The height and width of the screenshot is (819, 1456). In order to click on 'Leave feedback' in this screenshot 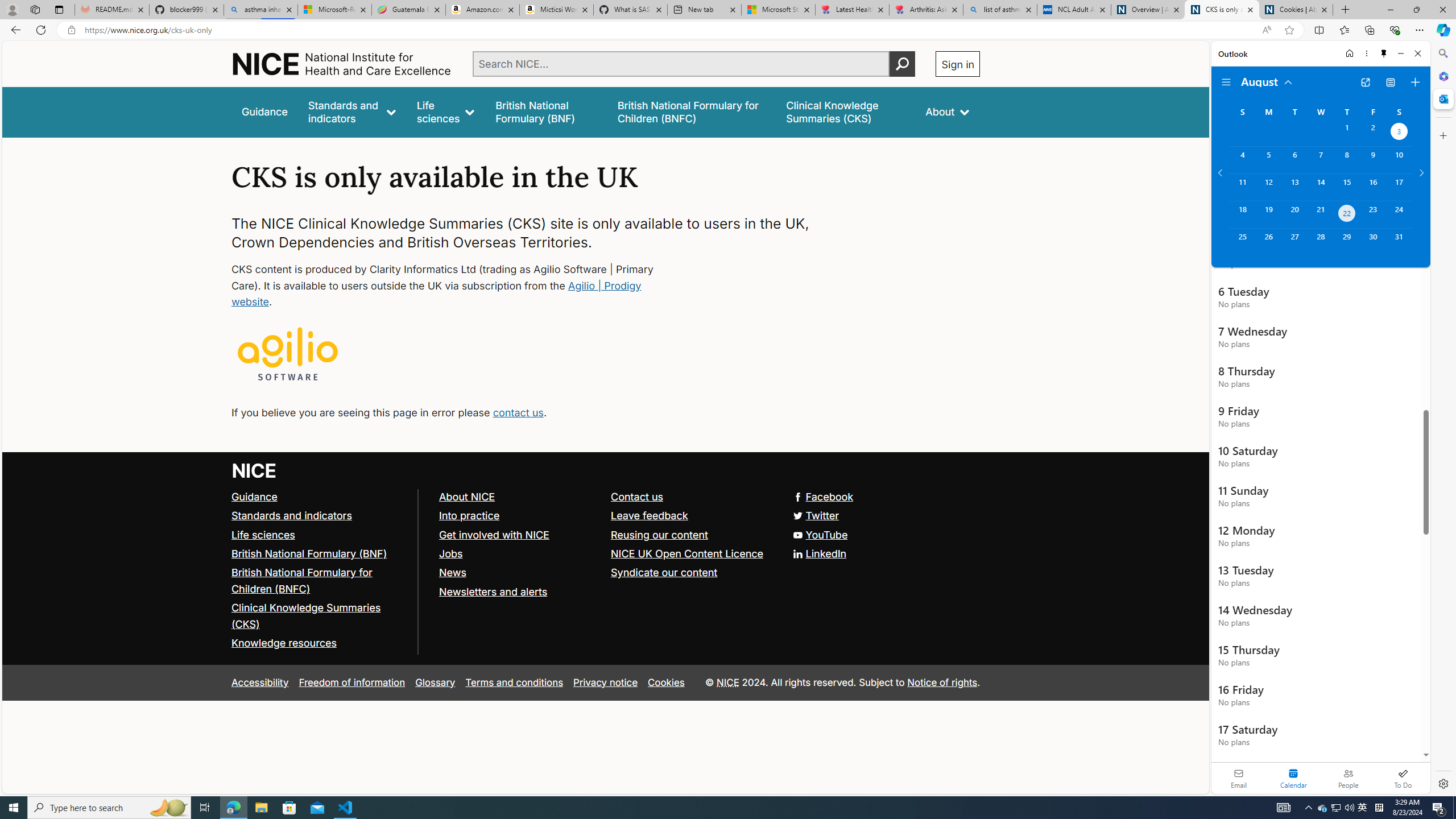, I will do `click(650, 516)`.